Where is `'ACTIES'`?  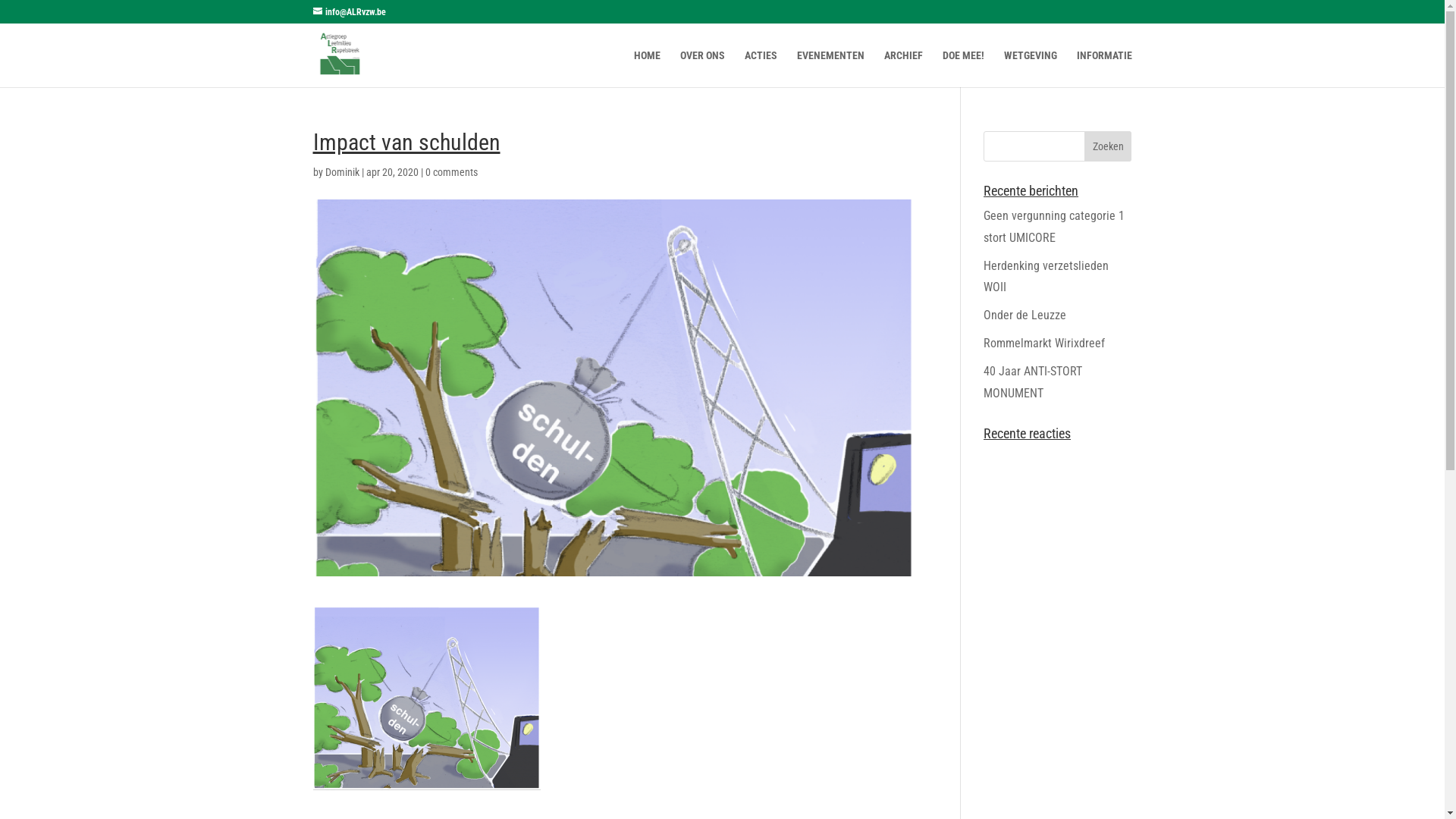 'ACTIES' is located at coordinates (761, 68).